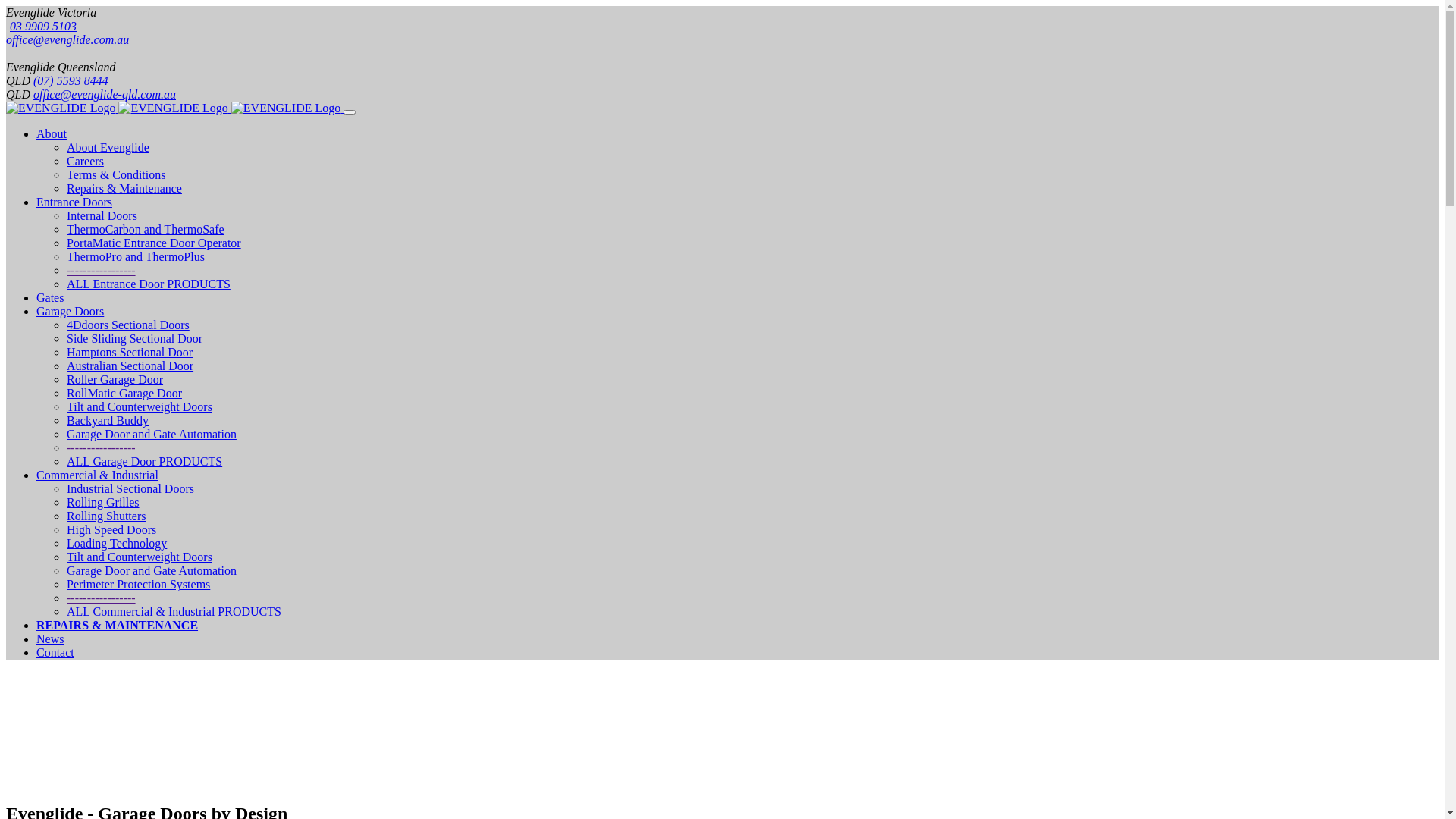 The image size is (1456, 819). I want to click on 'About', so click(51, 133).